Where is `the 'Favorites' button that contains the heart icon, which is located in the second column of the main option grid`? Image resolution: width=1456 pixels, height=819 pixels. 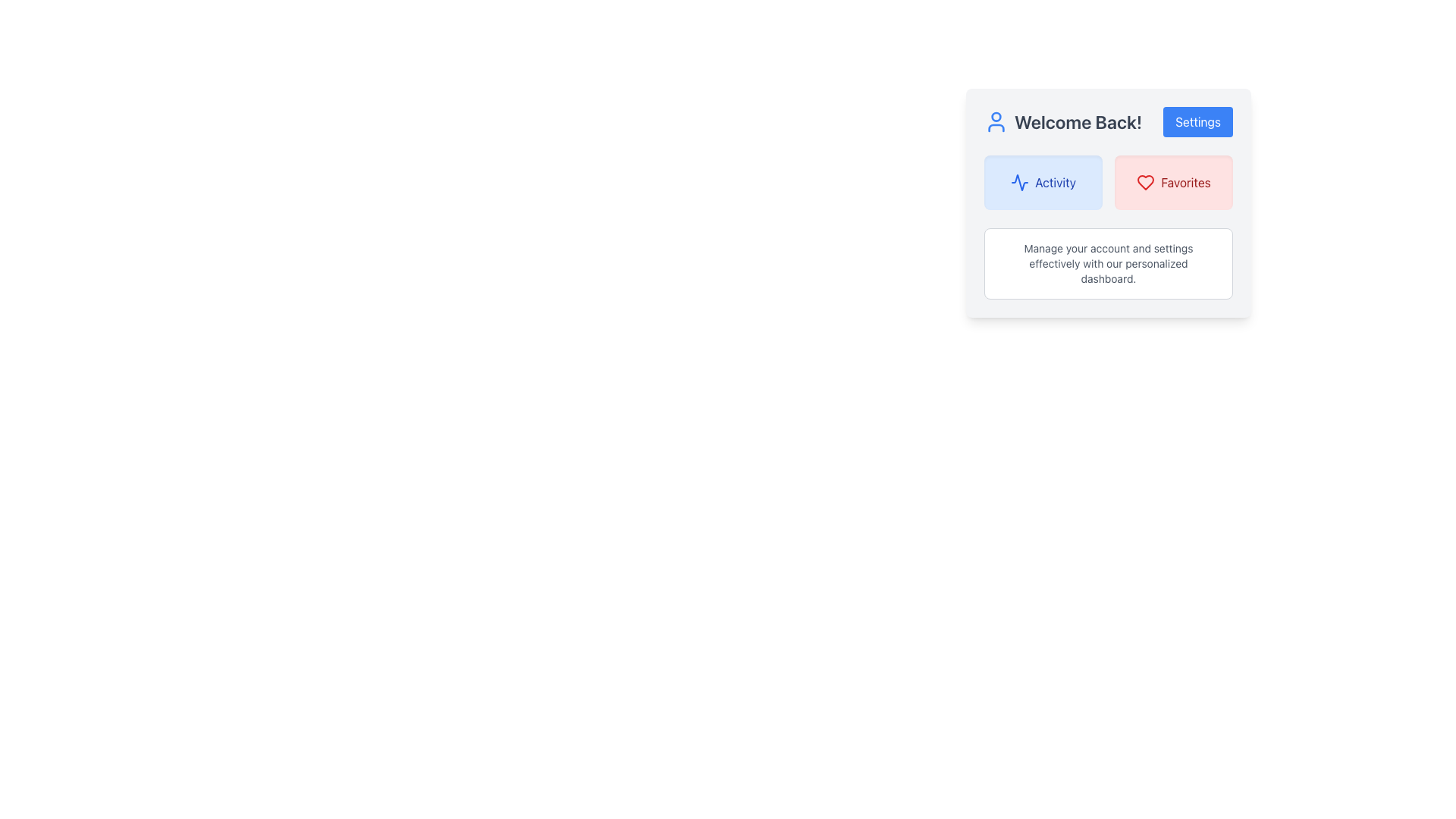
the 'Favorites' button that contains the heart icon, which is located in the second column of the main option grid is located at coordinates (1146, 181).